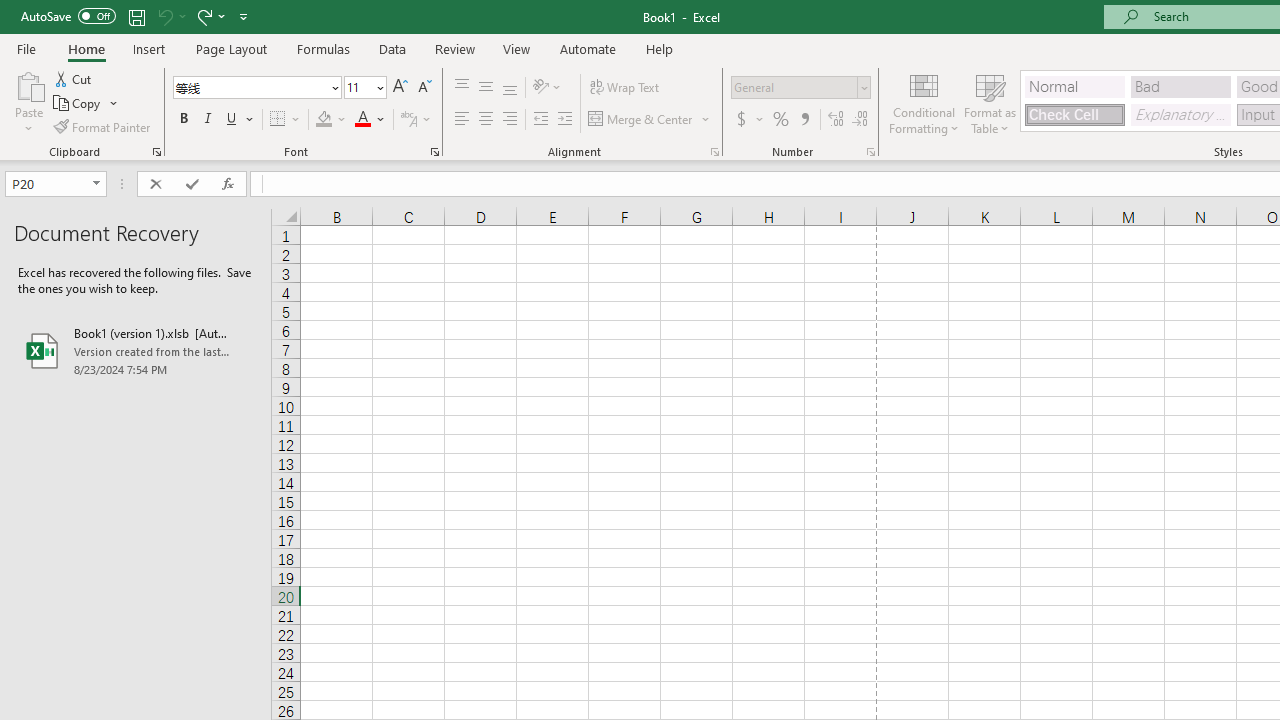  I want to click on 'Cut', so click(74, 78).